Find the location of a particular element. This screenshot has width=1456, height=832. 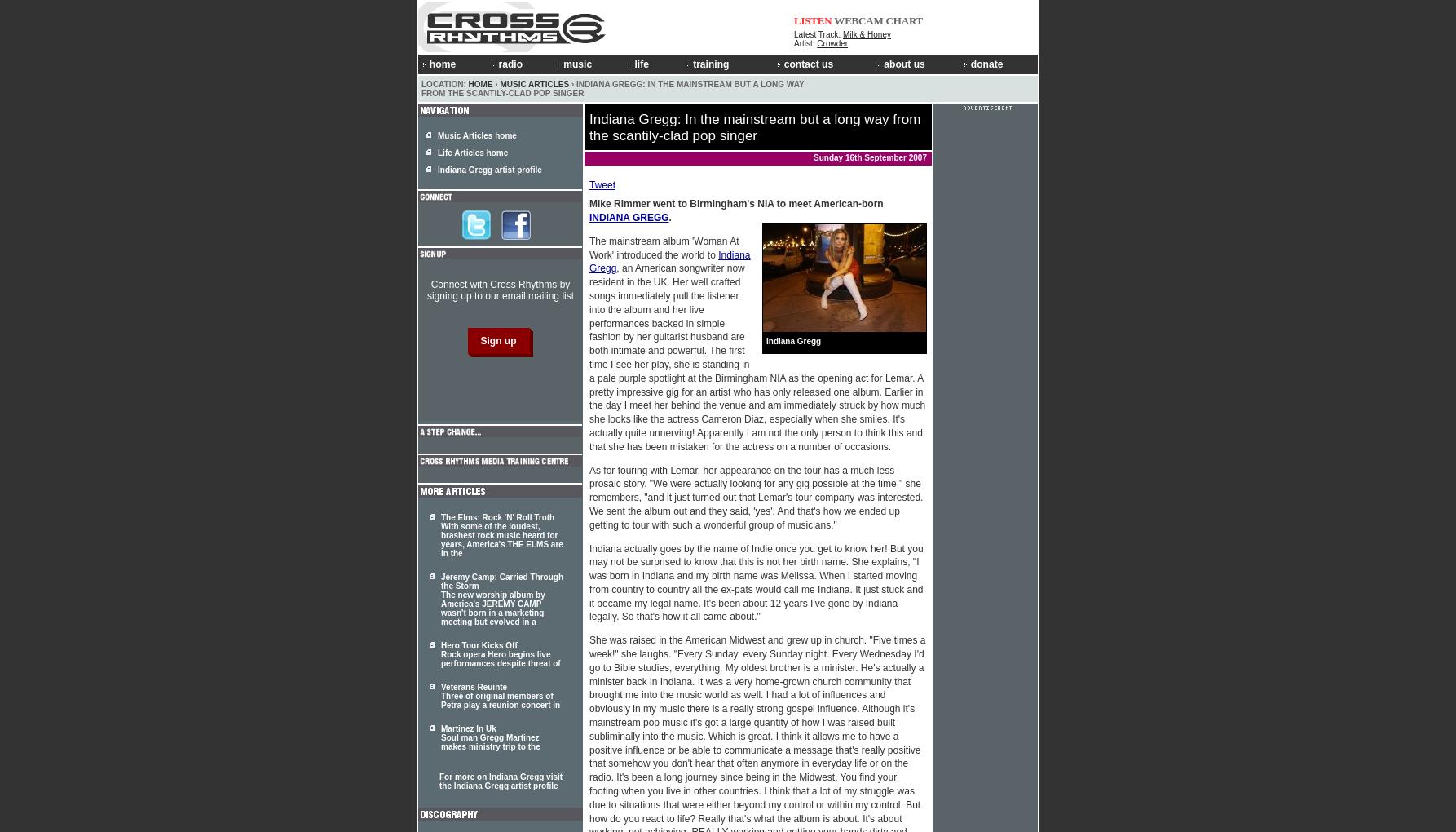

'Cross Rhythms Founders' is located at coordinates (933, 131).